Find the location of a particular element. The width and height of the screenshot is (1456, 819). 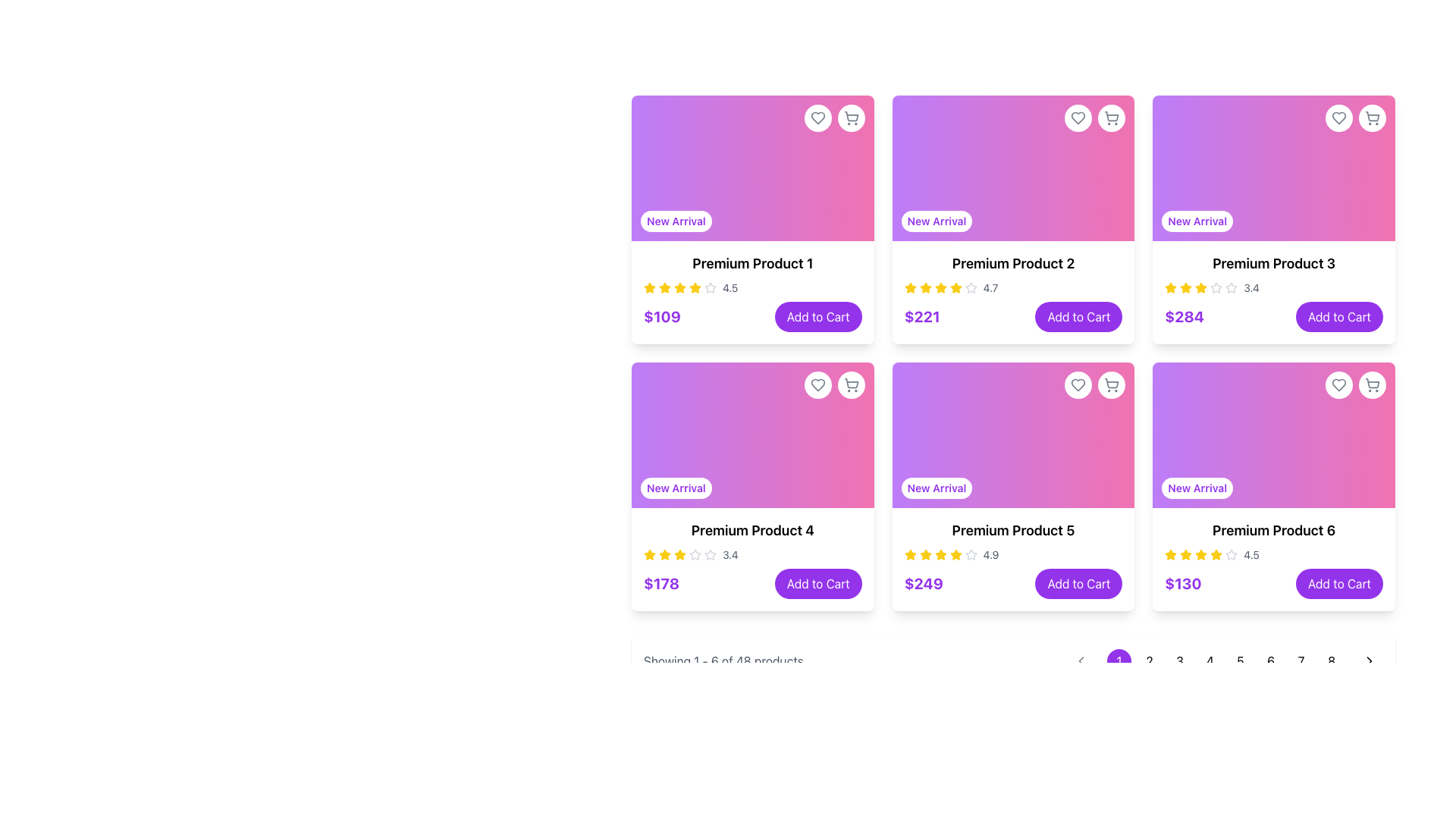

the numeric rating text label (4.5) located below the title and rating stars in the product card is located at coordinates (730, 288).